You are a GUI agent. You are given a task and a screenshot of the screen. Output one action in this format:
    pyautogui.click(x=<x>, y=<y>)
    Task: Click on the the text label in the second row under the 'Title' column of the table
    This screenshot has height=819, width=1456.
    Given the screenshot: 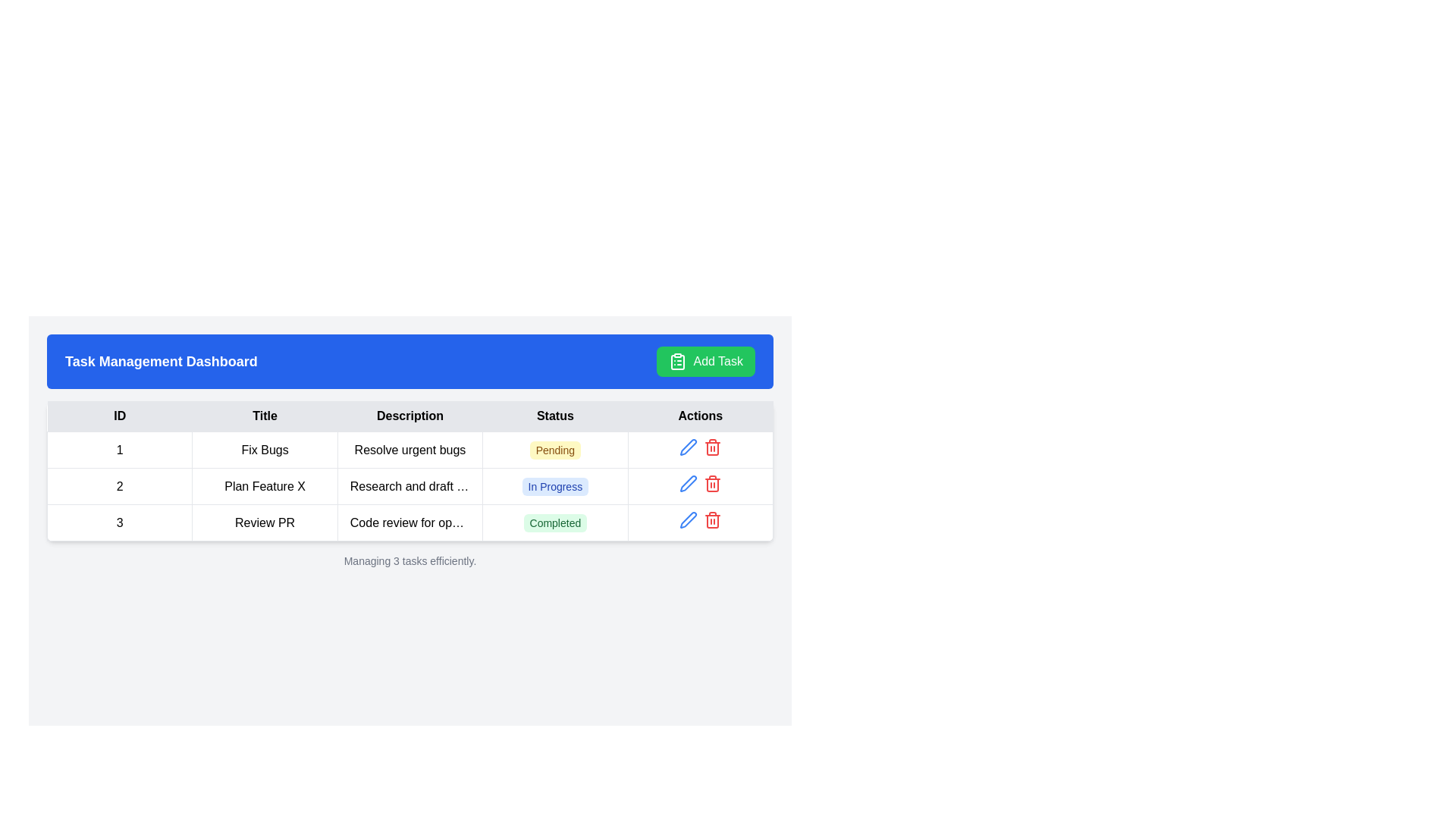 What is the action you would take?
    pyautogui.click(x=265, y=486)
    